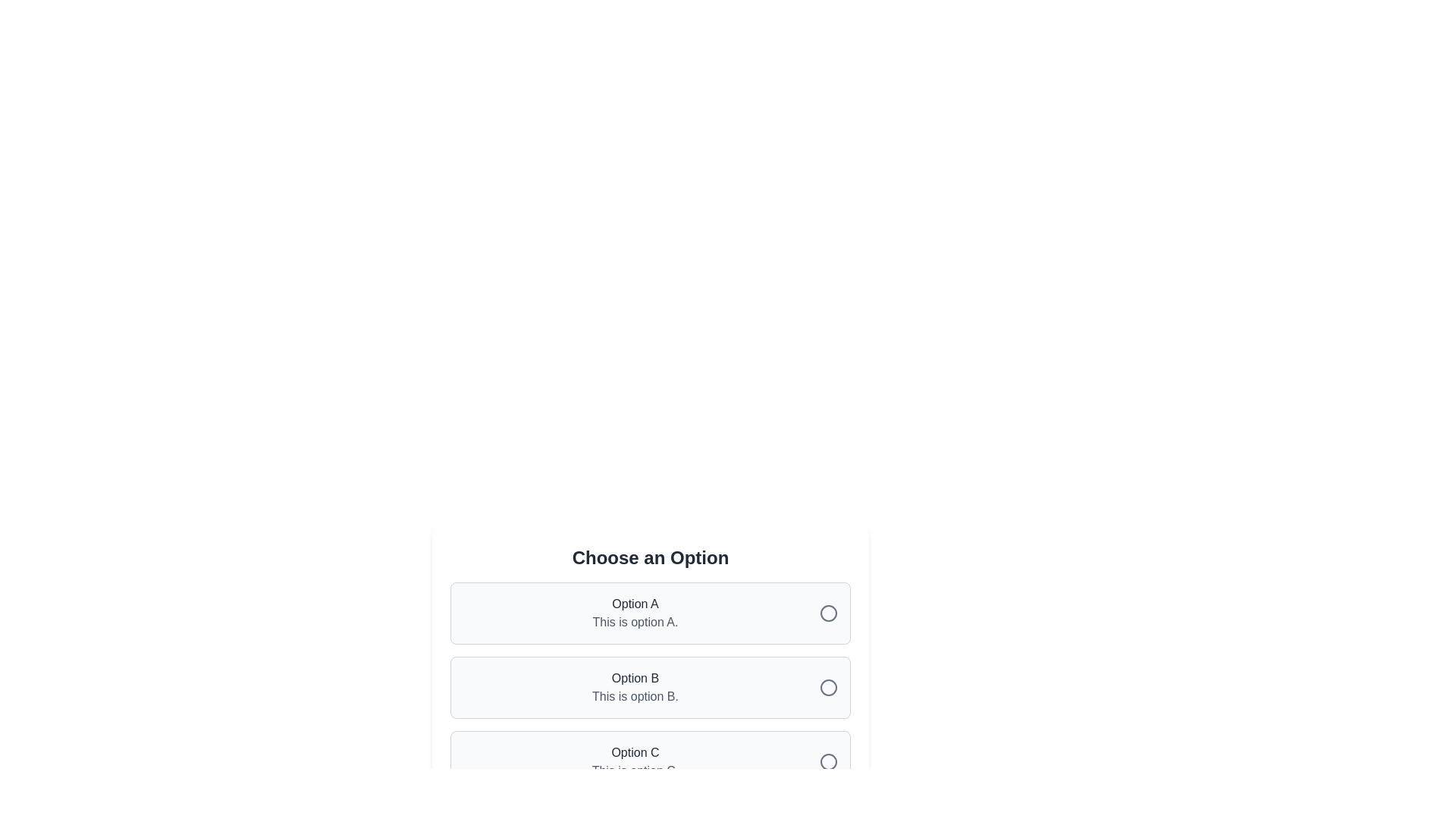 This screenshot has height=819, width=1456. I want to click on the SVG Circle Icon that indicates the status of the third selectable option labeled 'Option C', so click(828, 762).